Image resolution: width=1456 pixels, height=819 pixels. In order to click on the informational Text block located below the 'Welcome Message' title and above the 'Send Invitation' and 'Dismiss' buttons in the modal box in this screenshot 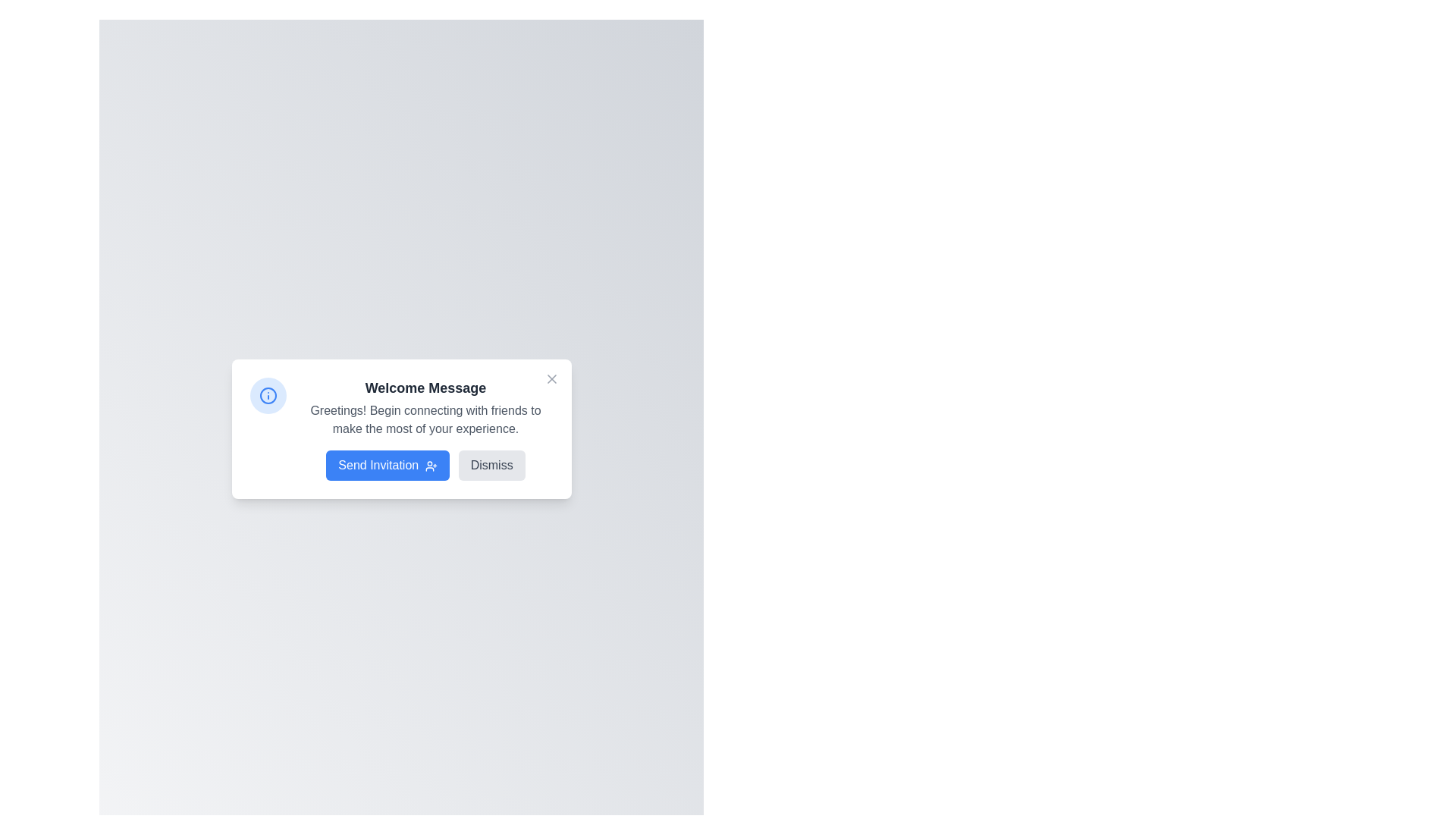, I will do `click(425, 420)`.